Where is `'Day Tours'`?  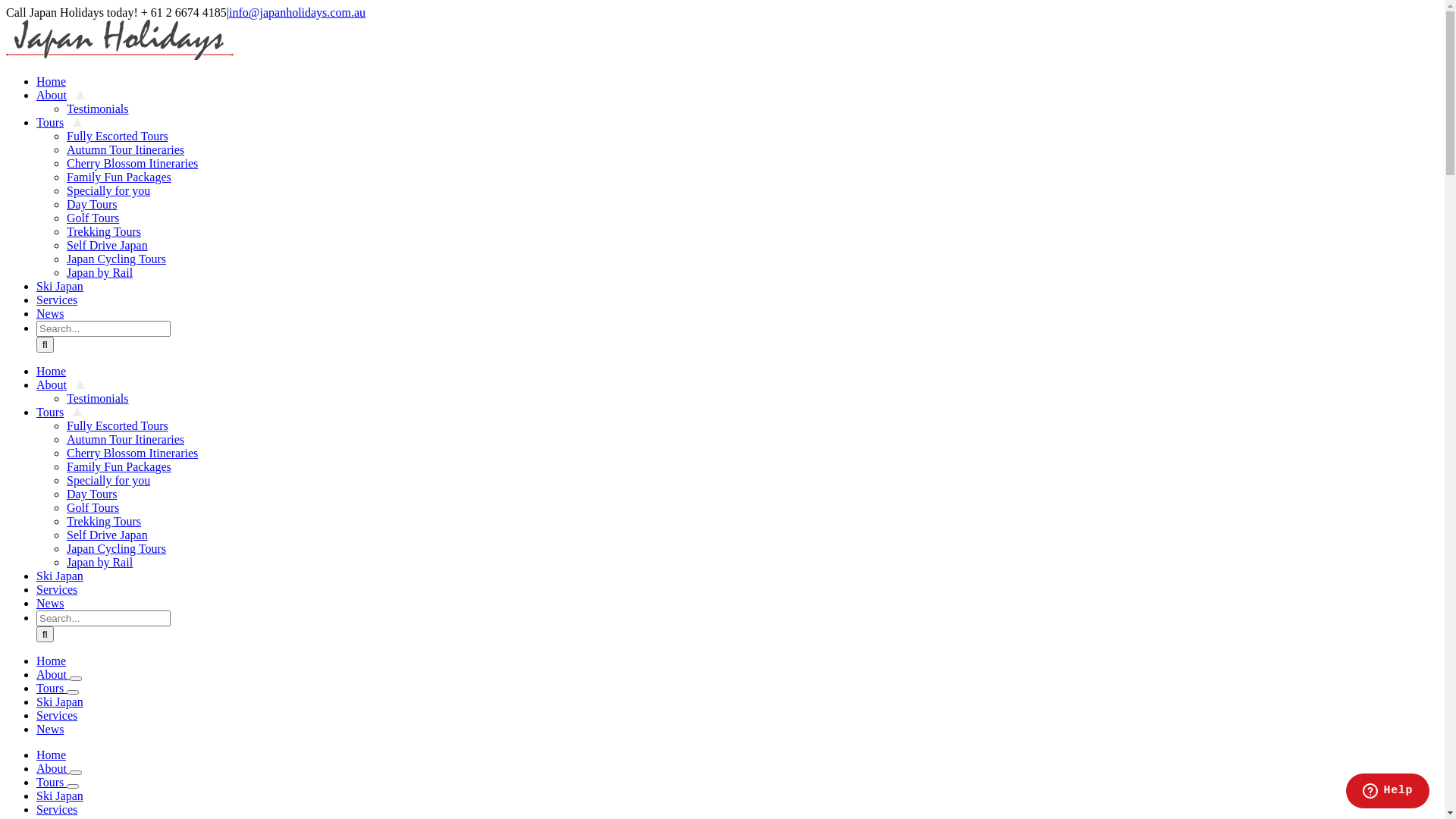
'Day Tours' is located at coordinates (65, 494).